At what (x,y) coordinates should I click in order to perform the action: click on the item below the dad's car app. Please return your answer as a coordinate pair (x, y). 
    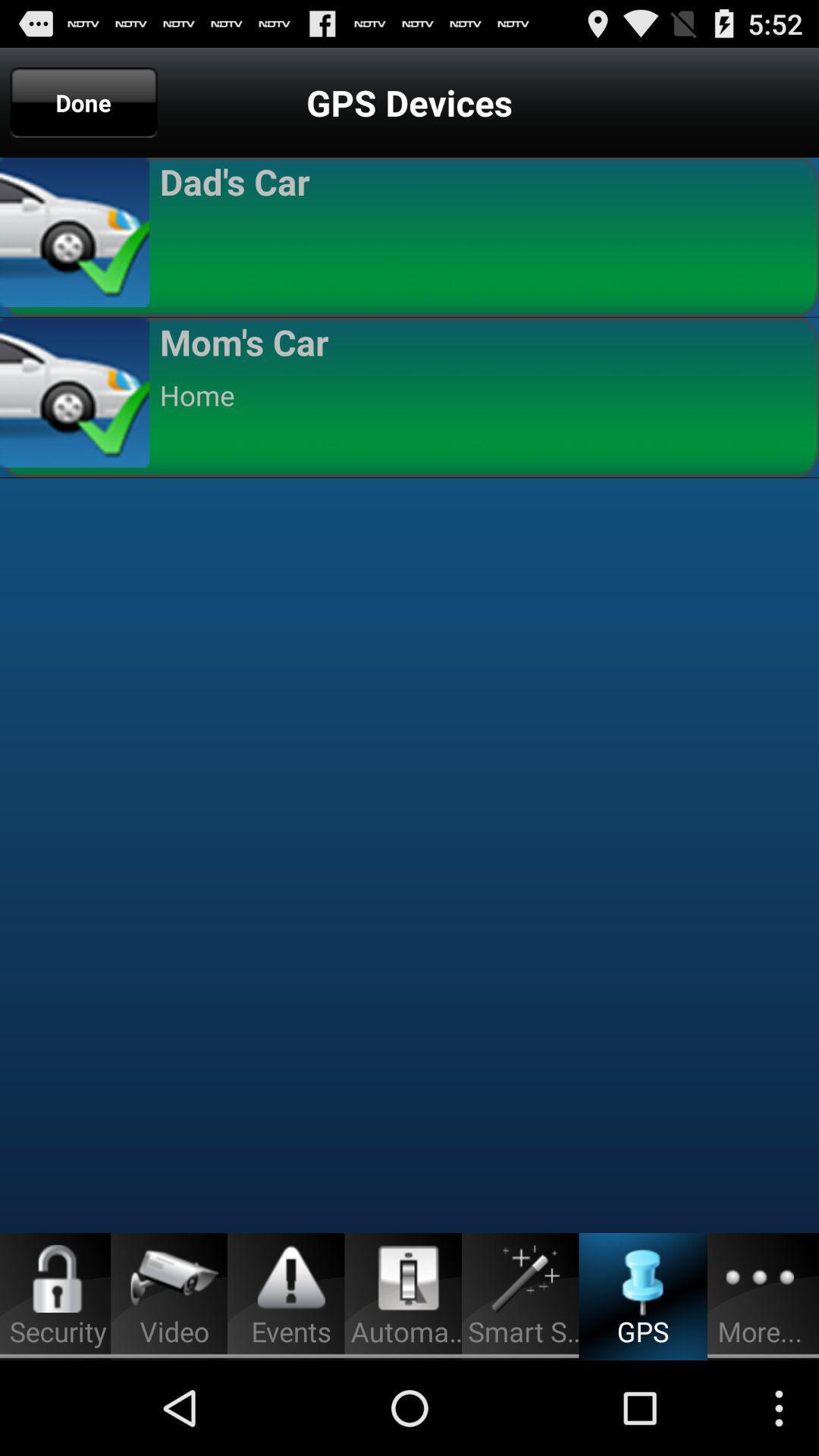
    Looking at the image, I should click on (482, 234).